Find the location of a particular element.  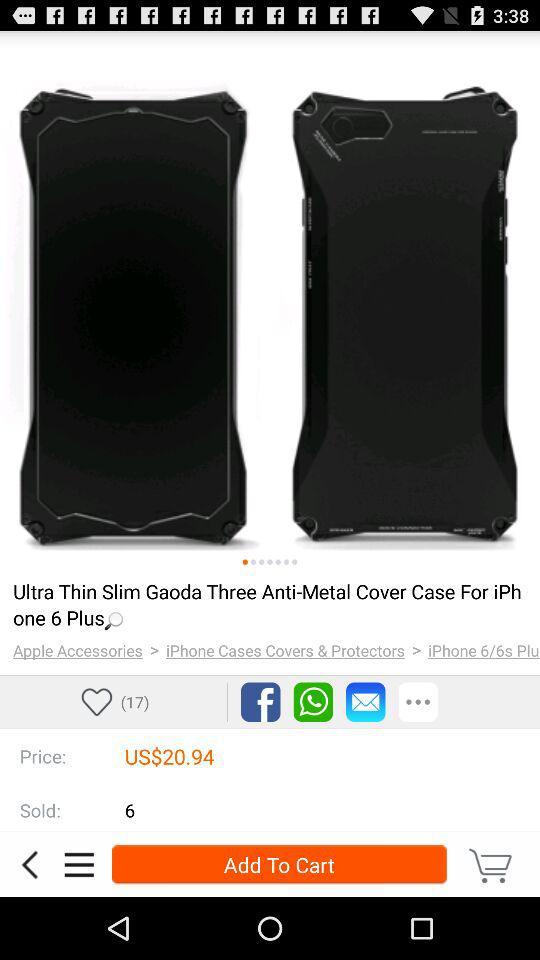

menu section is located at coordinates (78, 863).